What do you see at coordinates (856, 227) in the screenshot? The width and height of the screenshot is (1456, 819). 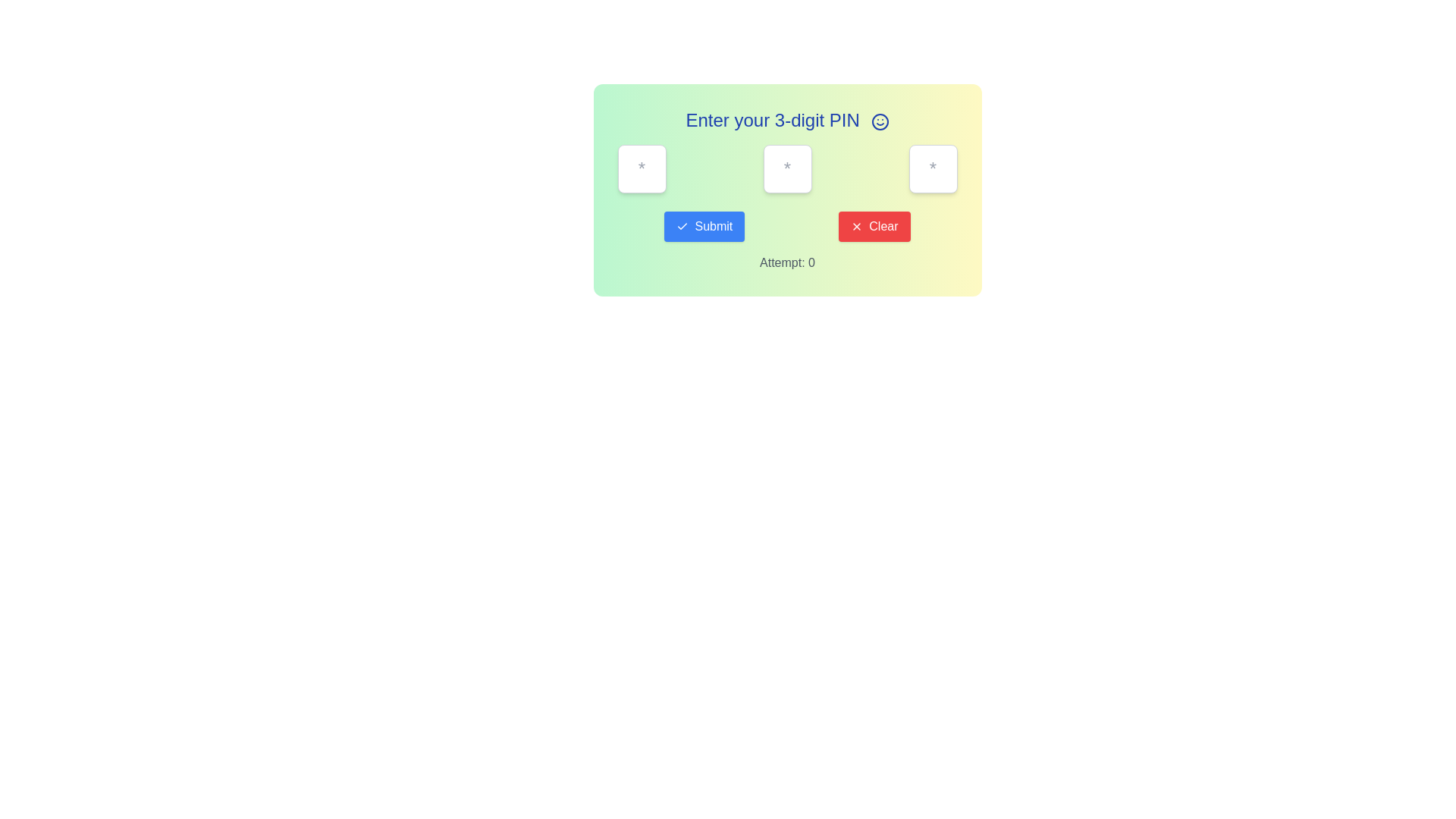 I see `the 'X' icon on the red background within the 'Clear' button to clear the input for the 3-digit PIN` at bounding box center [856, 227].